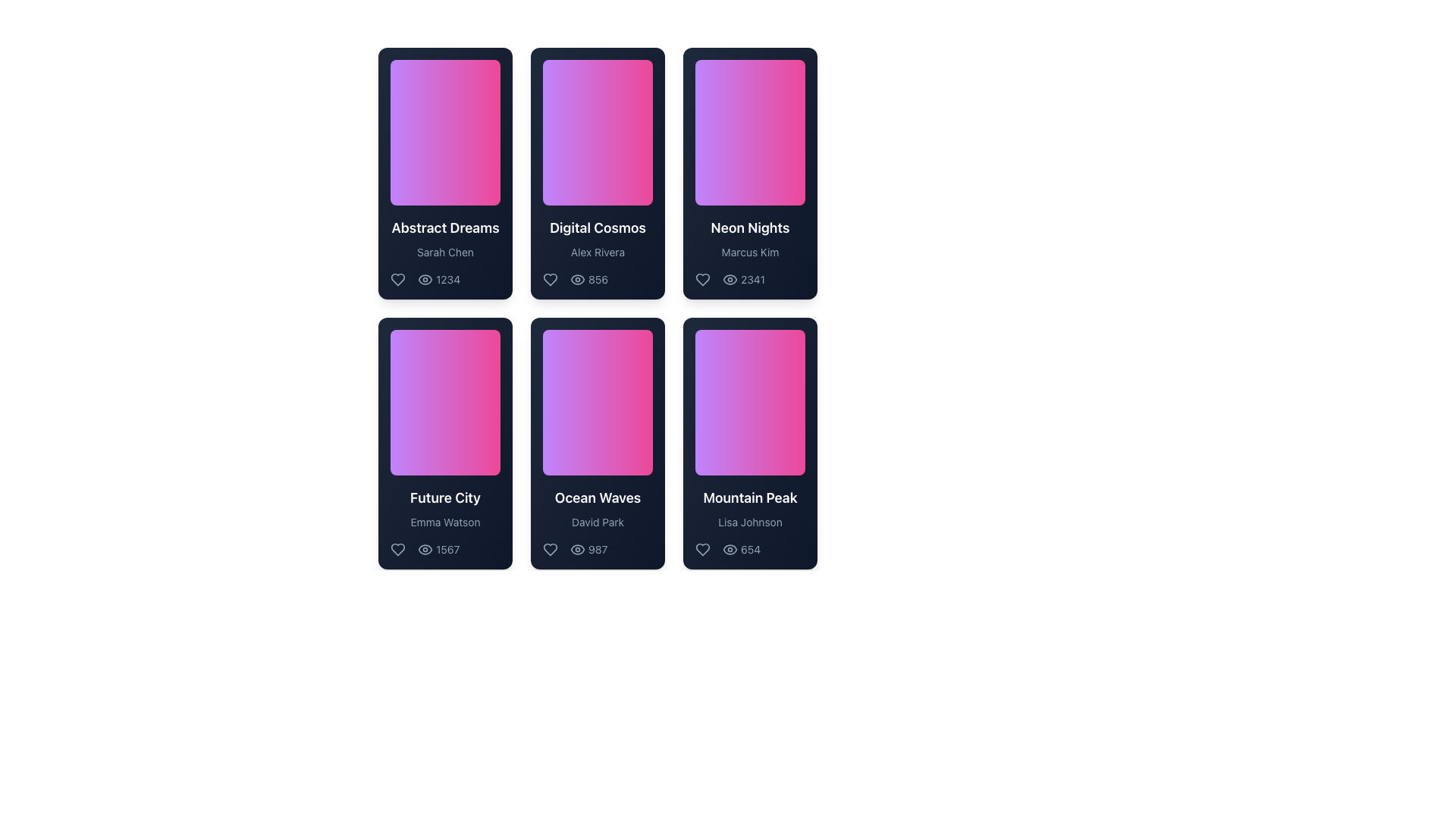 This screenshot has height=819, width=1456. What do you see at coordinates (425, 280) in the screenshot?
I see `the Text node element displaying '1234', which is positioned to the right of an eye-shaped icon in a horizontal group below the card titled 'Abstract Dreams'` at bounding box center [425, 280].